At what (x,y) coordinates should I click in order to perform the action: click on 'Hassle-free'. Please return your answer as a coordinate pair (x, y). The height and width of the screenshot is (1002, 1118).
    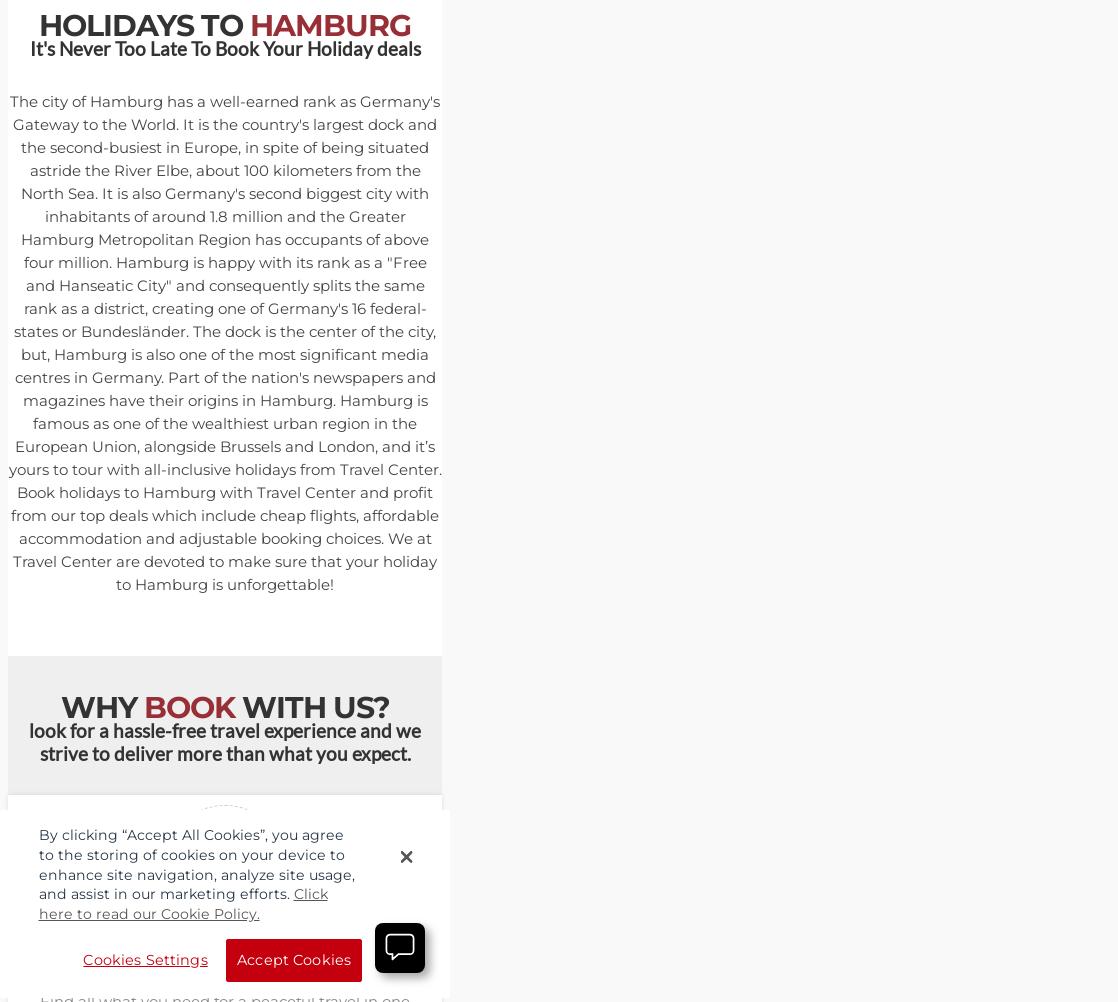
    Looking at the image, I should click on (171, 957).